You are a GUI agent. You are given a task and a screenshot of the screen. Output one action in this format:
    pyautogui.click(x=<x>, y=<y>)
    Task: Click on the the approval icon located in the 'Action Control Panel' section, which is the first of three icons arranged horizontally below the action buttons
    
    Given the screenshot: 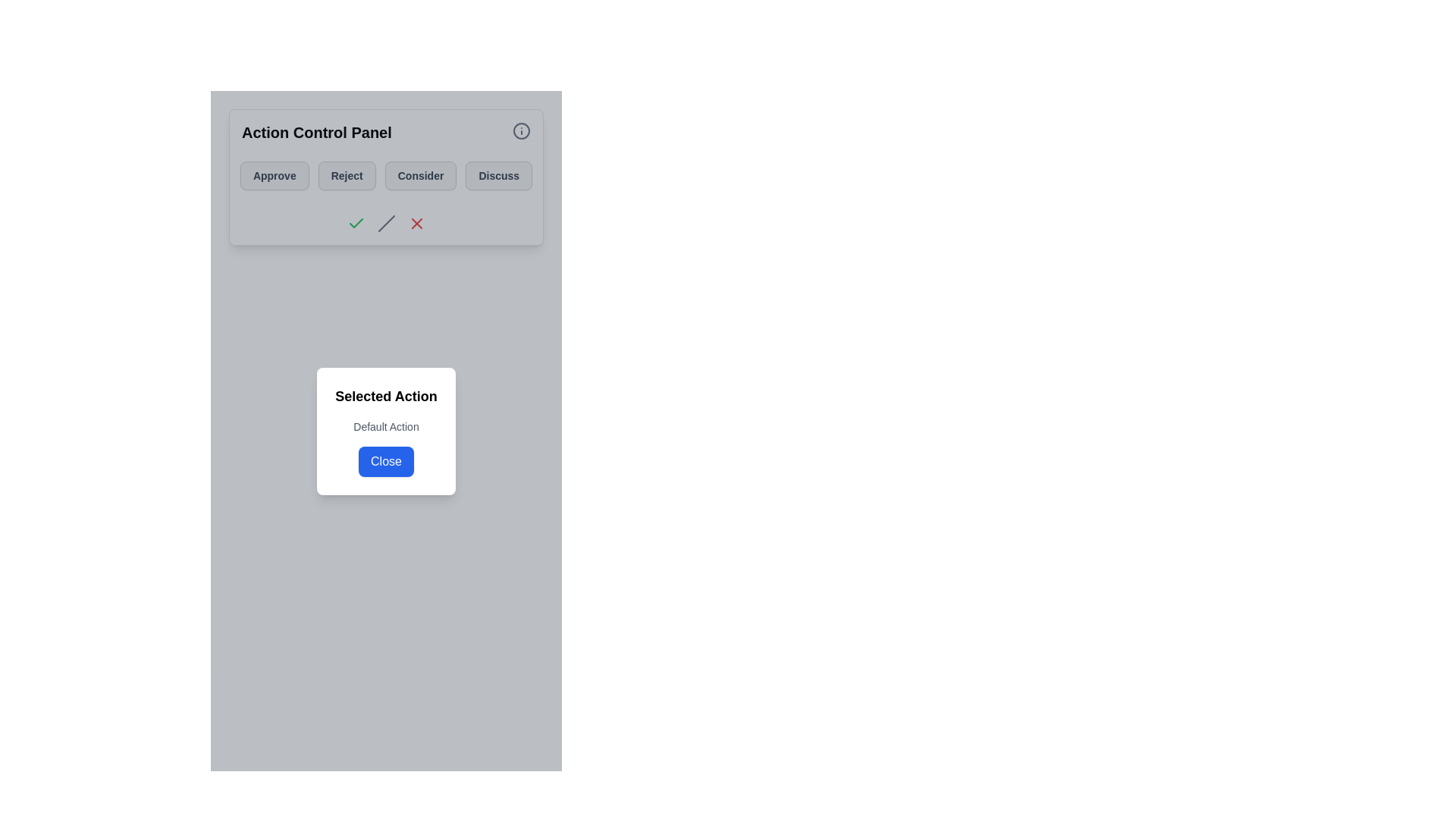 What is the action you would take?
    pyautogui.click(x=355, y=223)
    